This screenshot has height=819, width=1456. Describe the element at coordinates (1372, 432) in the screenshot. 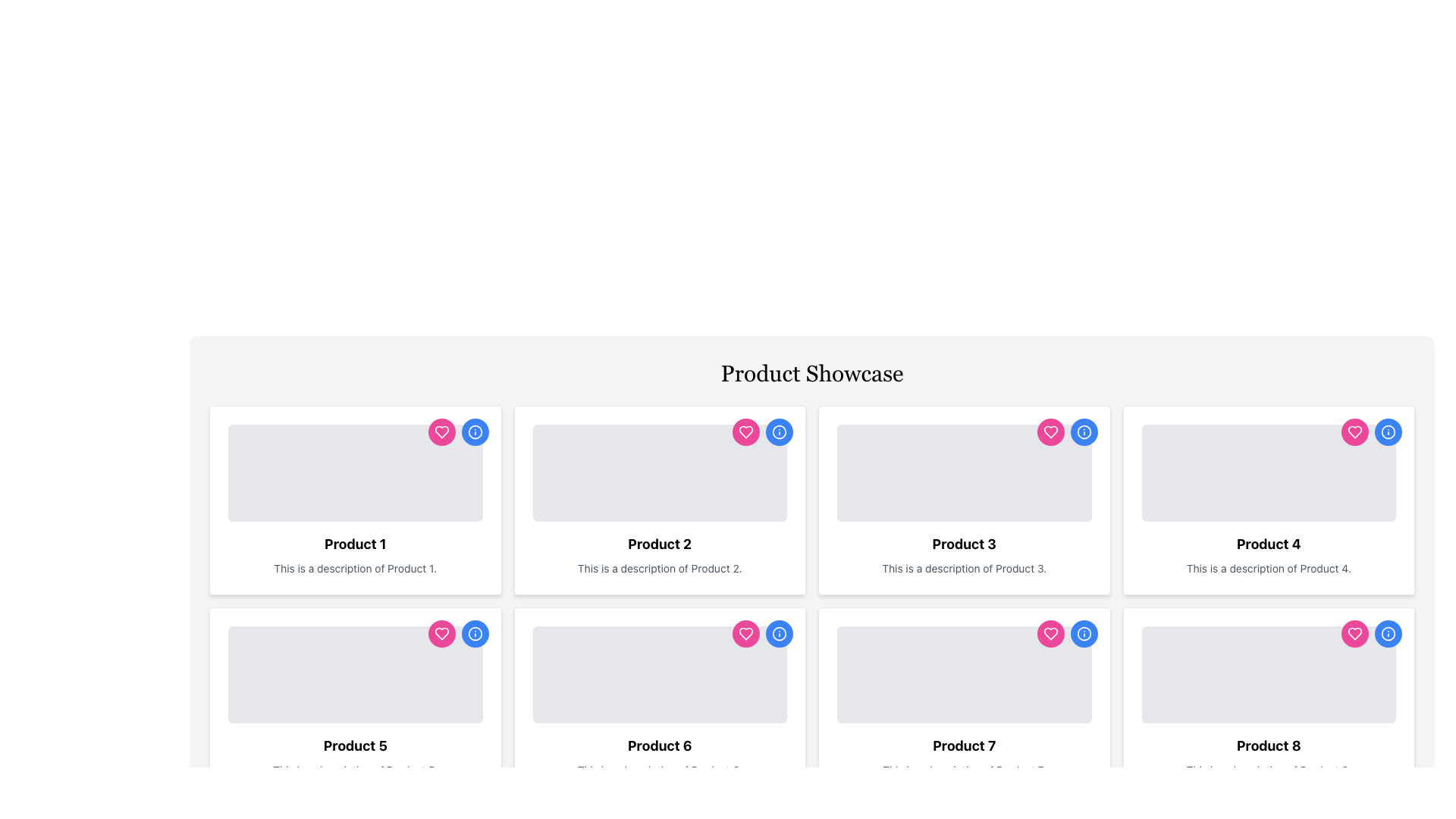

I see `the blue info button located in the top-right corner of the 'Product 4' card, which is in the second row and fourth column of the grid` at that location.